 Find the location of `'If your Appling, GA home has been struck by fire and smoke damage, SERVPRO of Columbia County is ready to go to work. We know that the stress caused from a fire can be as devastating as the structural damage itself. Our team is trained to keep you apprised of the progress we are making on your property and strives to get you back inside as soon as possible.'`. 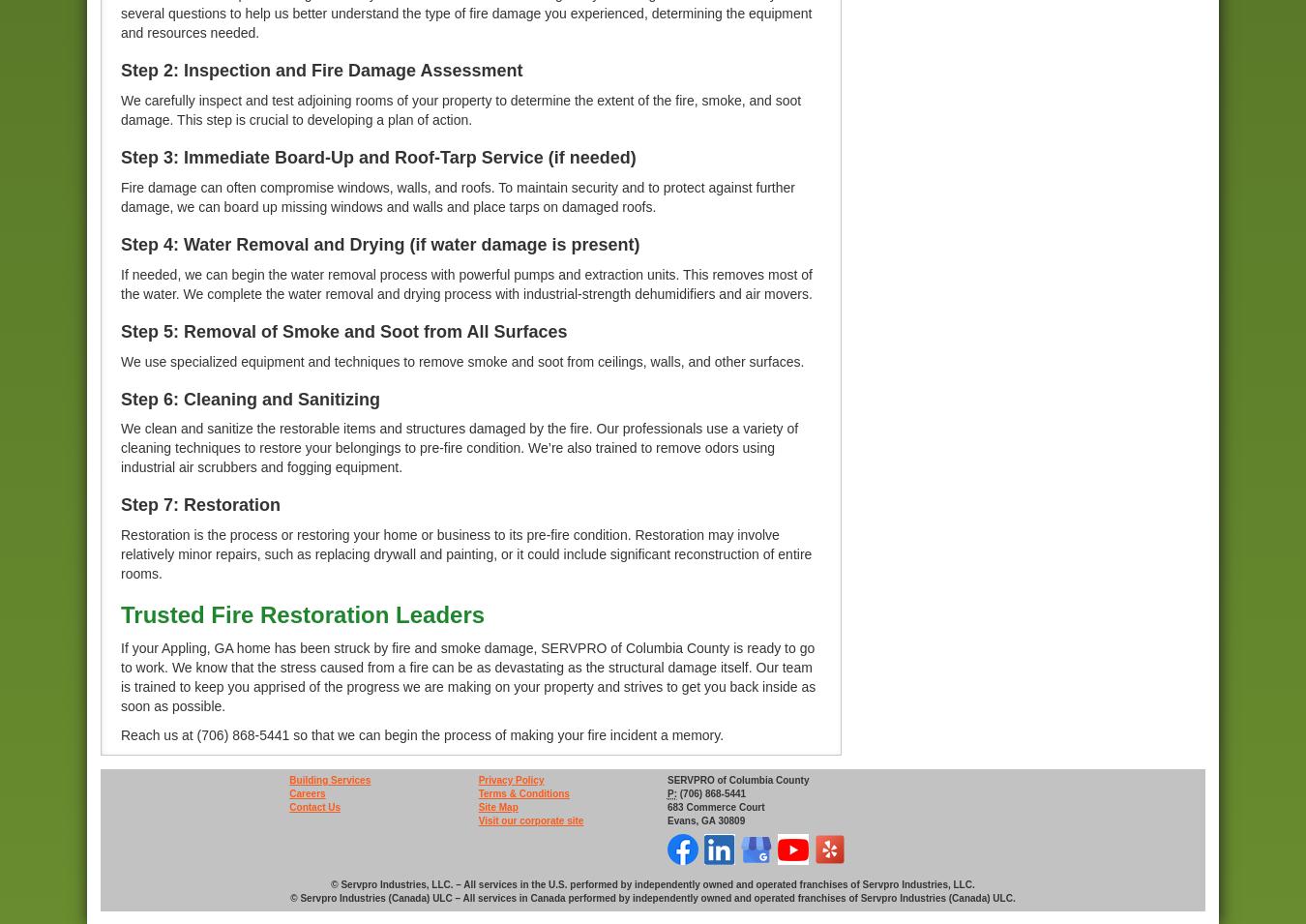

'If your Appling, GA home has been struck by fire and smoke damage, SERVPRO of Columbia County is ready to go to work. We know that the stress caused from a fire can be as devastating as the structural damage itself. Our team is trained to keep you apprised of the progress we are making on your property and strives to get you back inside as soon as possible.' is located at coordinates (466, 674).